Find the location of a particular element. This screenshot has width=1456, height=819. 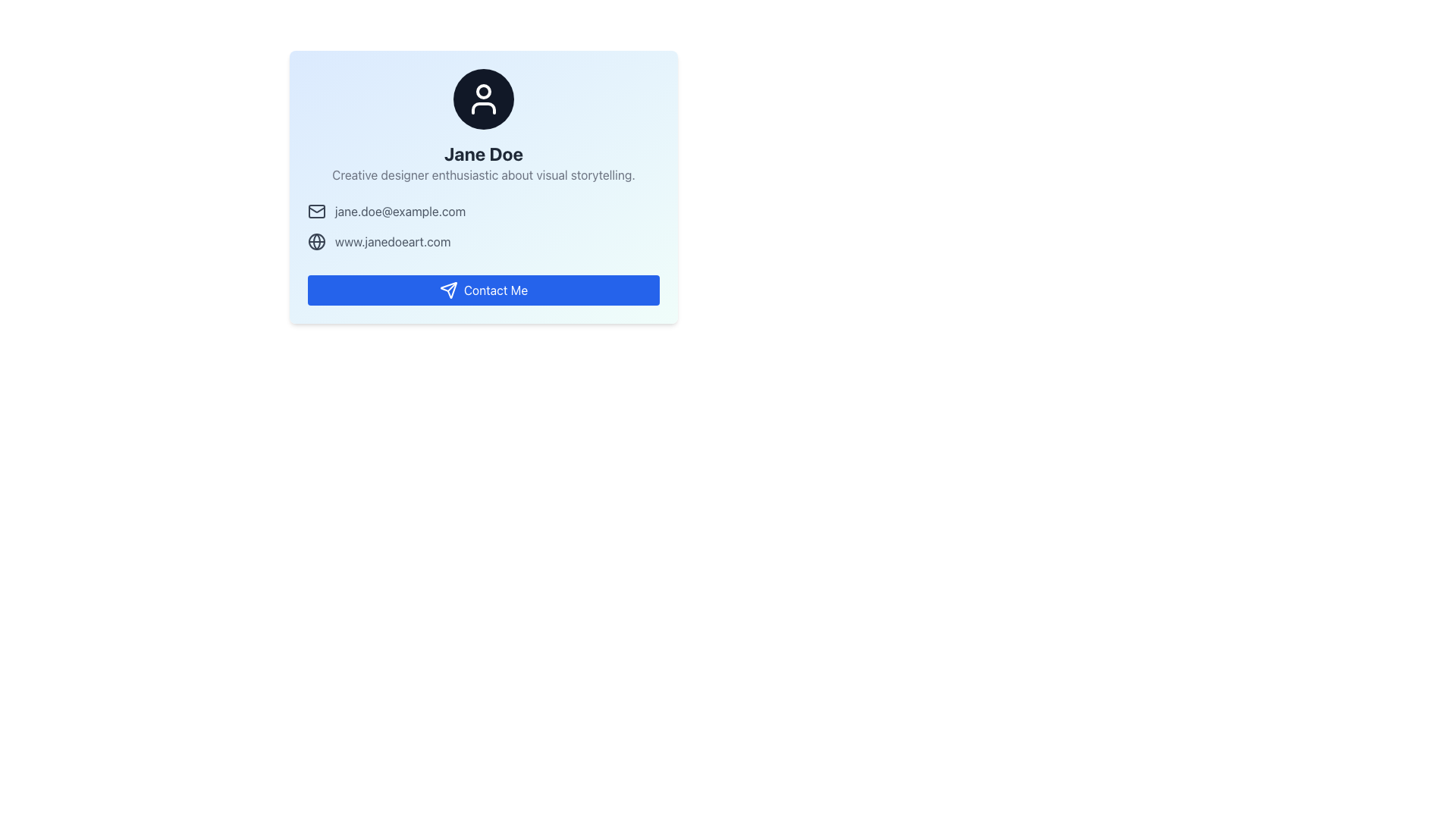

the foremost circular element of the globe icon, which symbolizes global connectivity within the contact card, located to the left of the 'www.janedoeart.com' text is located at coordinates (315, 241).